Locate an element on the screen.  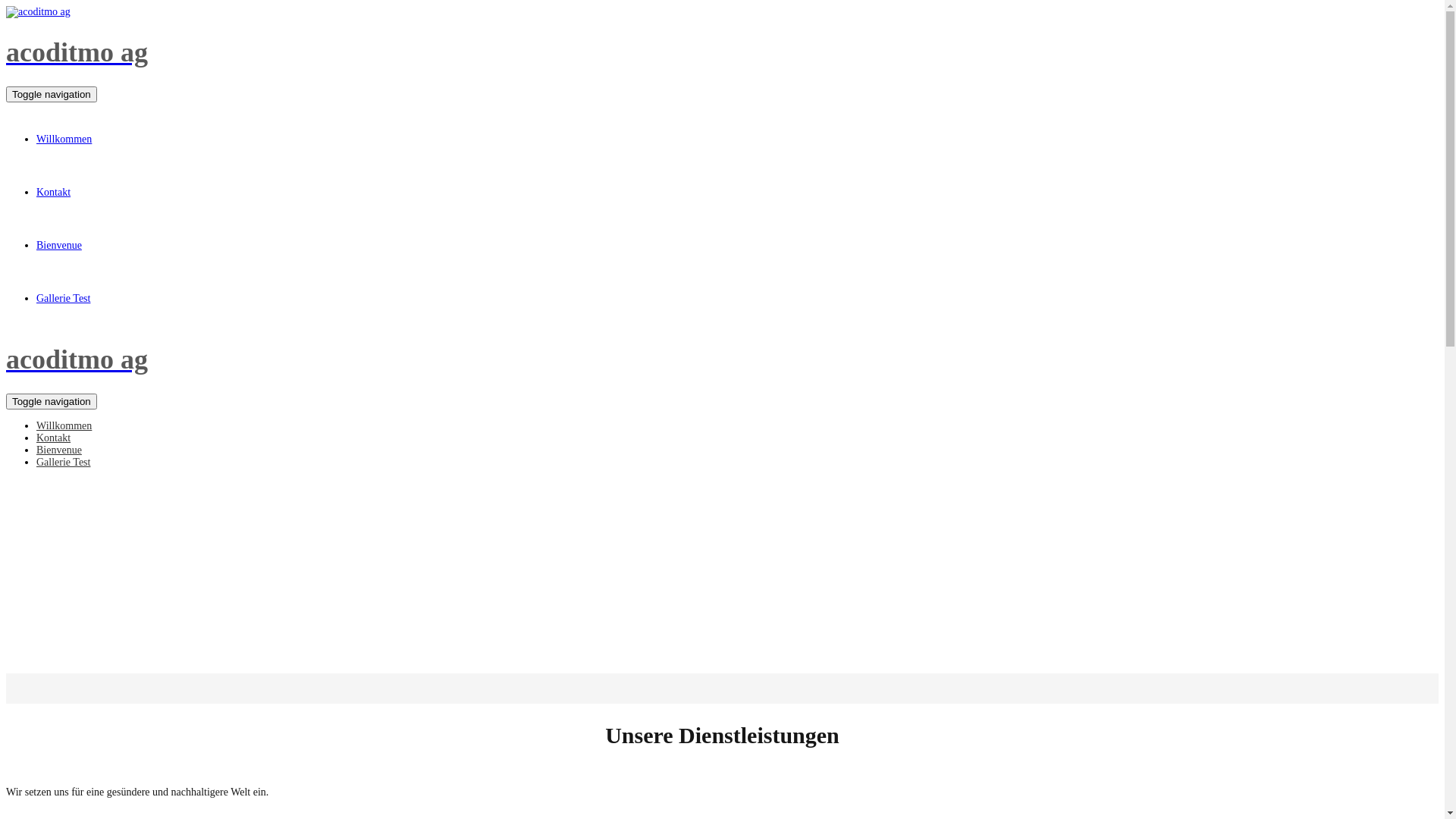
'Kontakt' is located at coordinates (53, 192).